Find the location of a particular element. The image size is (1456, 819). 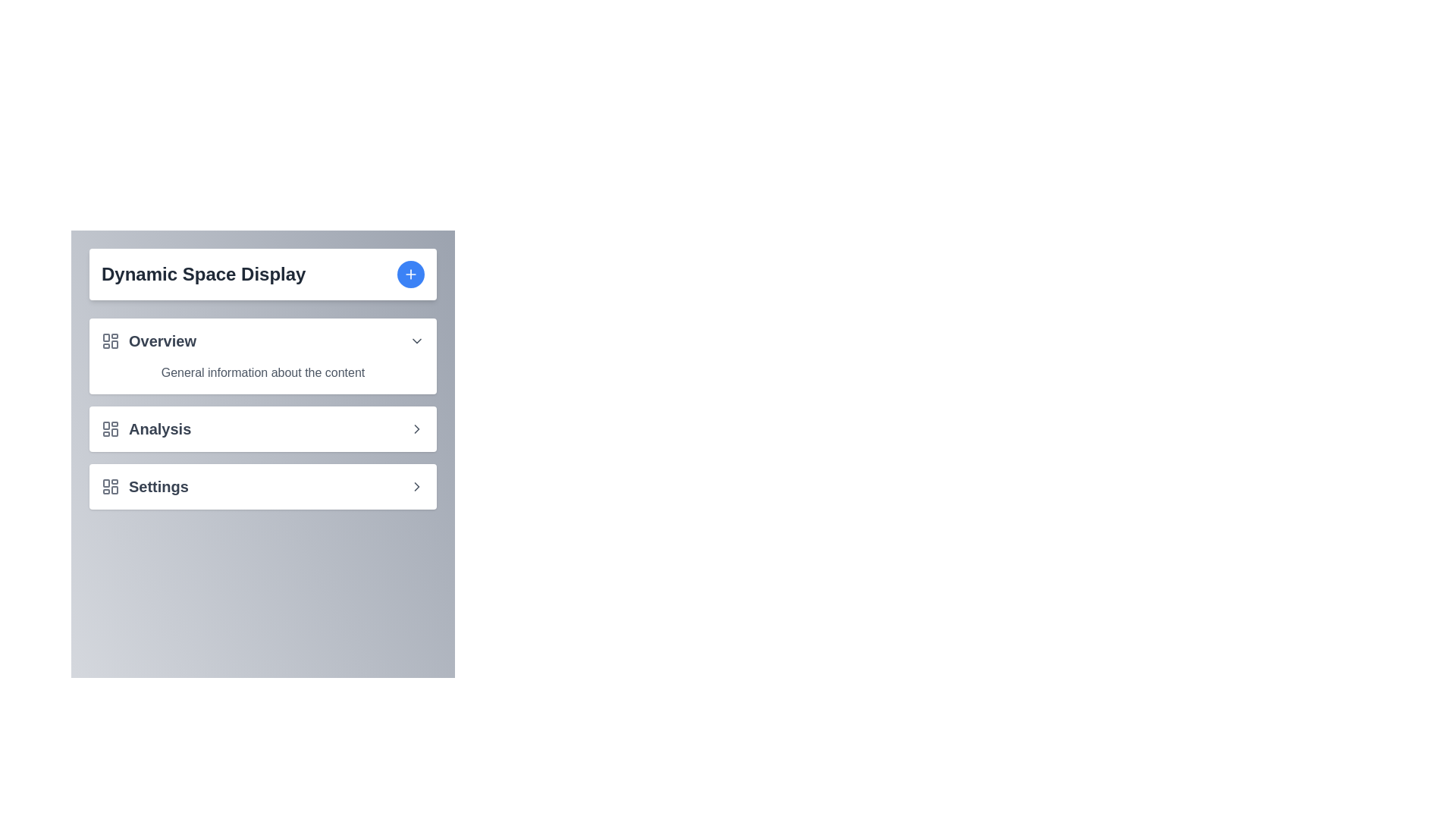

text of the Text Label located below the heading 'Dynamic Space Display', which is the first in its group and situated to the right of a dashboard-like icon is located at coordinates (162, 341).